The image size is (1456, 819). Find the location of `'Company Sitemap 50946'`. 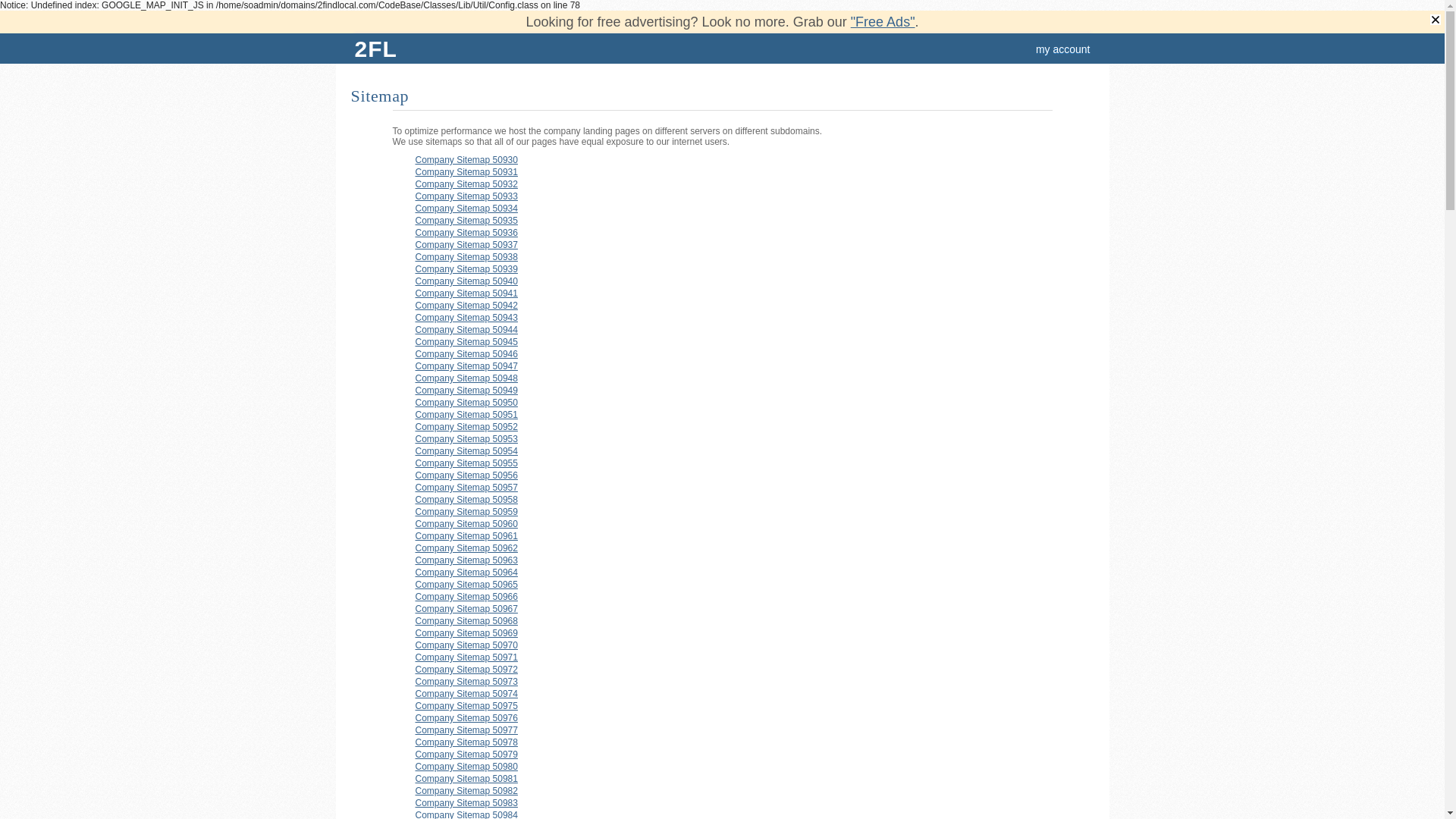

'Company Sitemap 50946' is located at coordinates (466, 353).